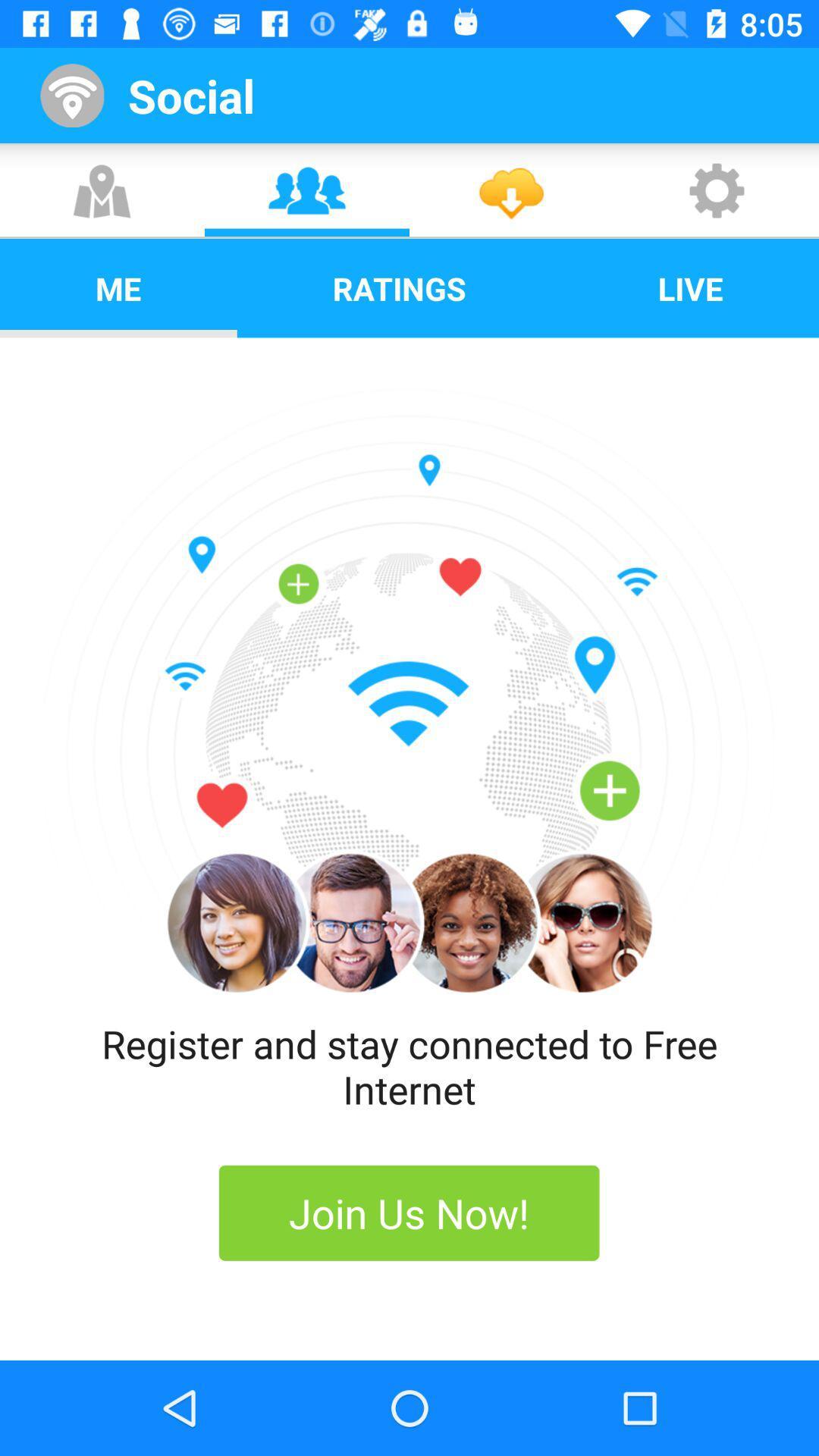 This screenshot has height=1456, width=819. Describe the element at coordinates (80, 94) in the screenshot. I see `icon which is on the left side of social` at that location.